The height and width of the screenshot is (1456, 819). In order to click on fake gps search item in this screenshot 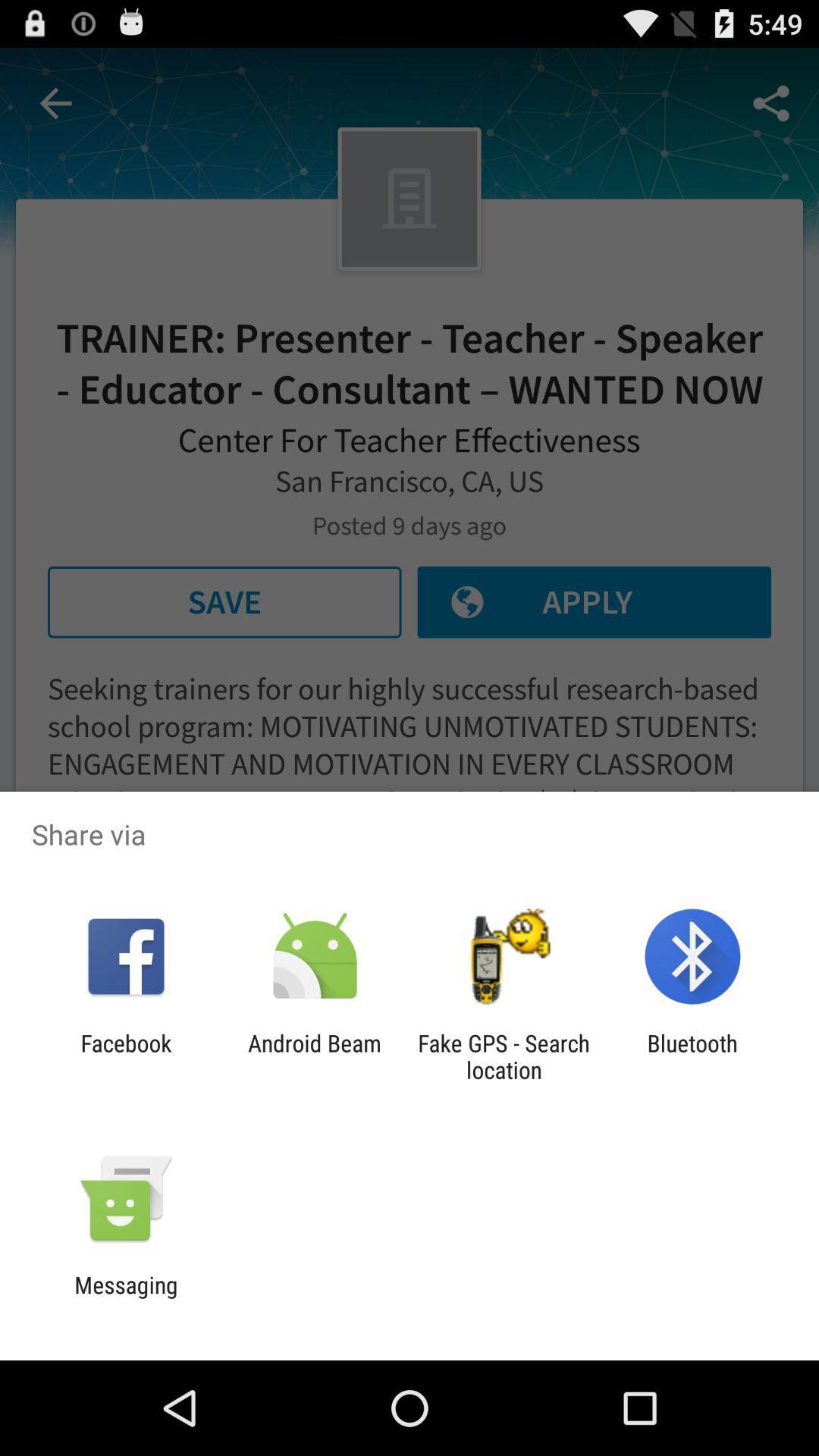, I will do `click(504, 1056)`.